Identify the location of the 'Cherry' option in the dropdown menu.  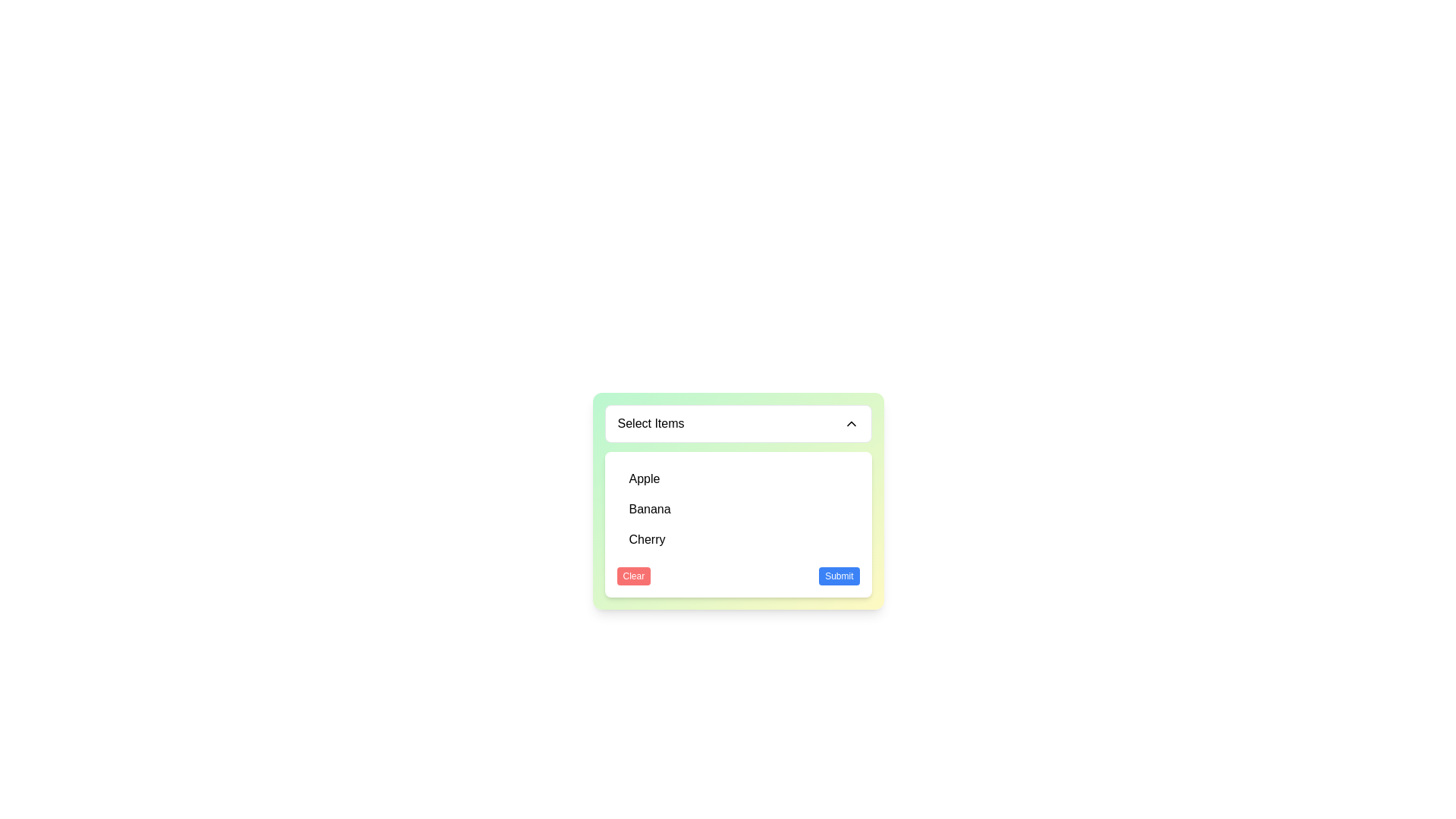
(647, 539).